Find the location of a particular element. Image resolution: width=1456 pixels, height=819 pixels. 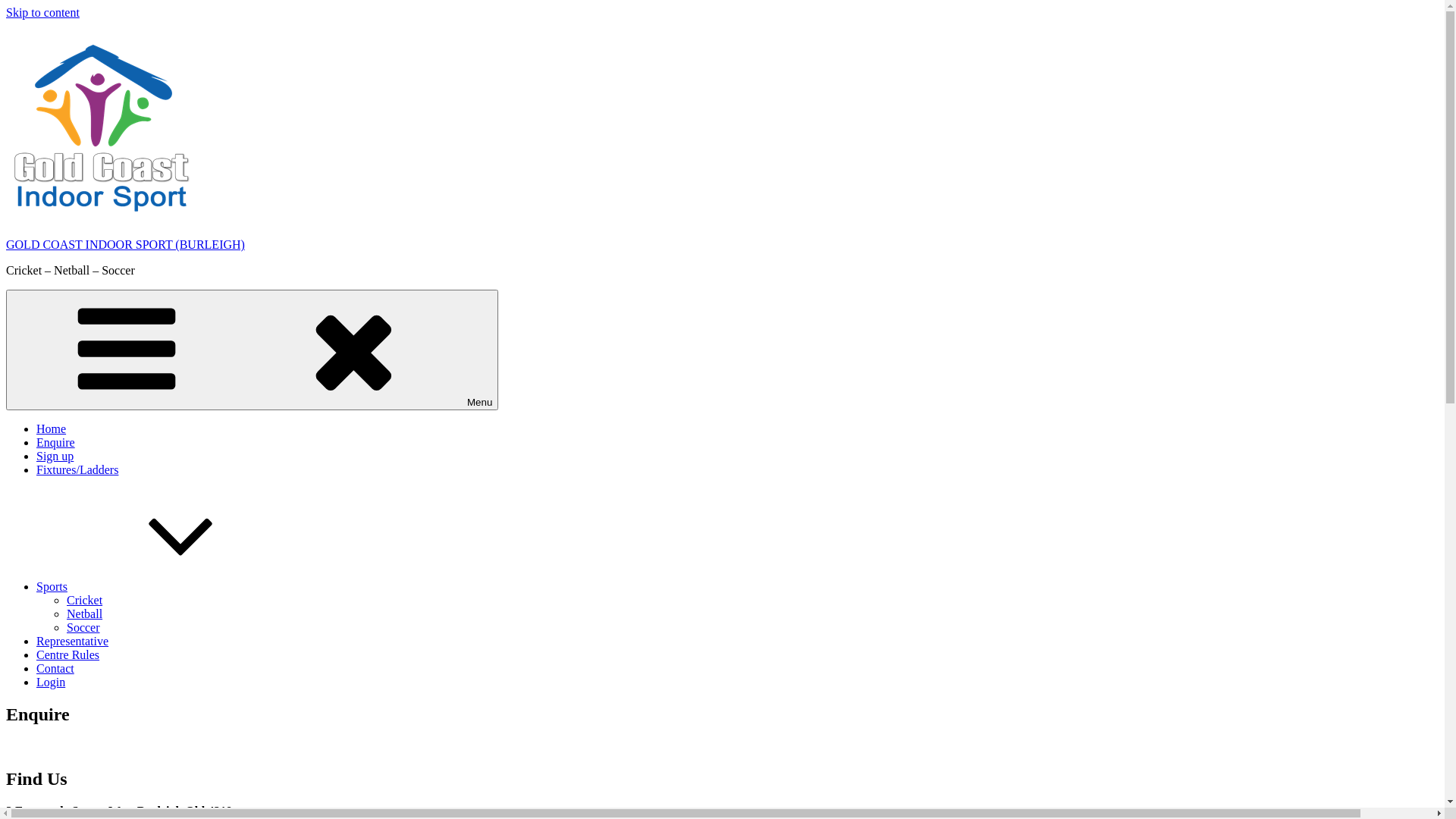

'Netball' is located at coordinates (65, 613).